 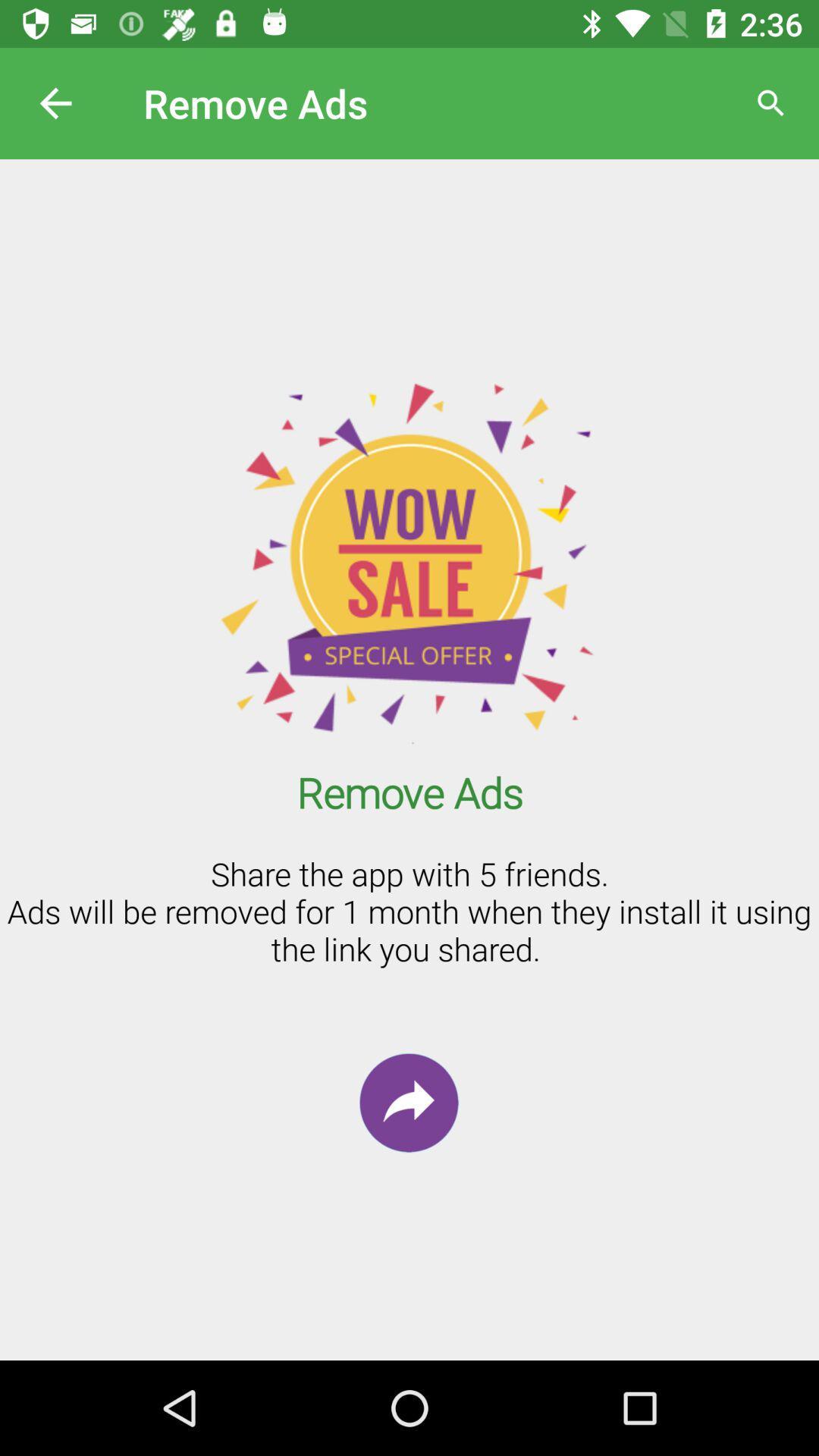 What do you see at coordinates (771, 103) in the screenshot?
I see `the search button at the top right side corner of the page` at bounding box center [771, 103].